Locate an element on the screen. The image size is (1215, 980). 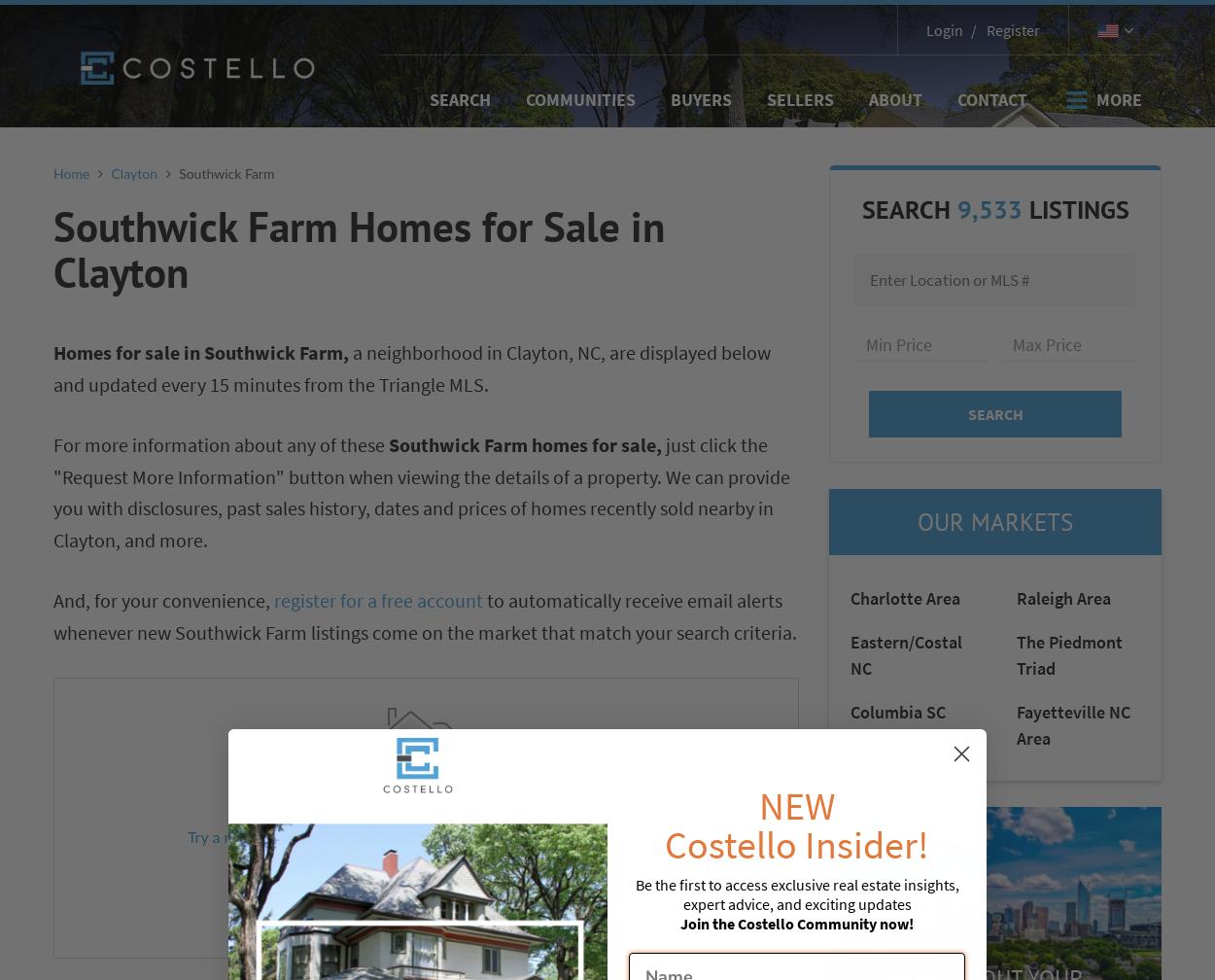
'Contact' is located at coordinates (992, 98).